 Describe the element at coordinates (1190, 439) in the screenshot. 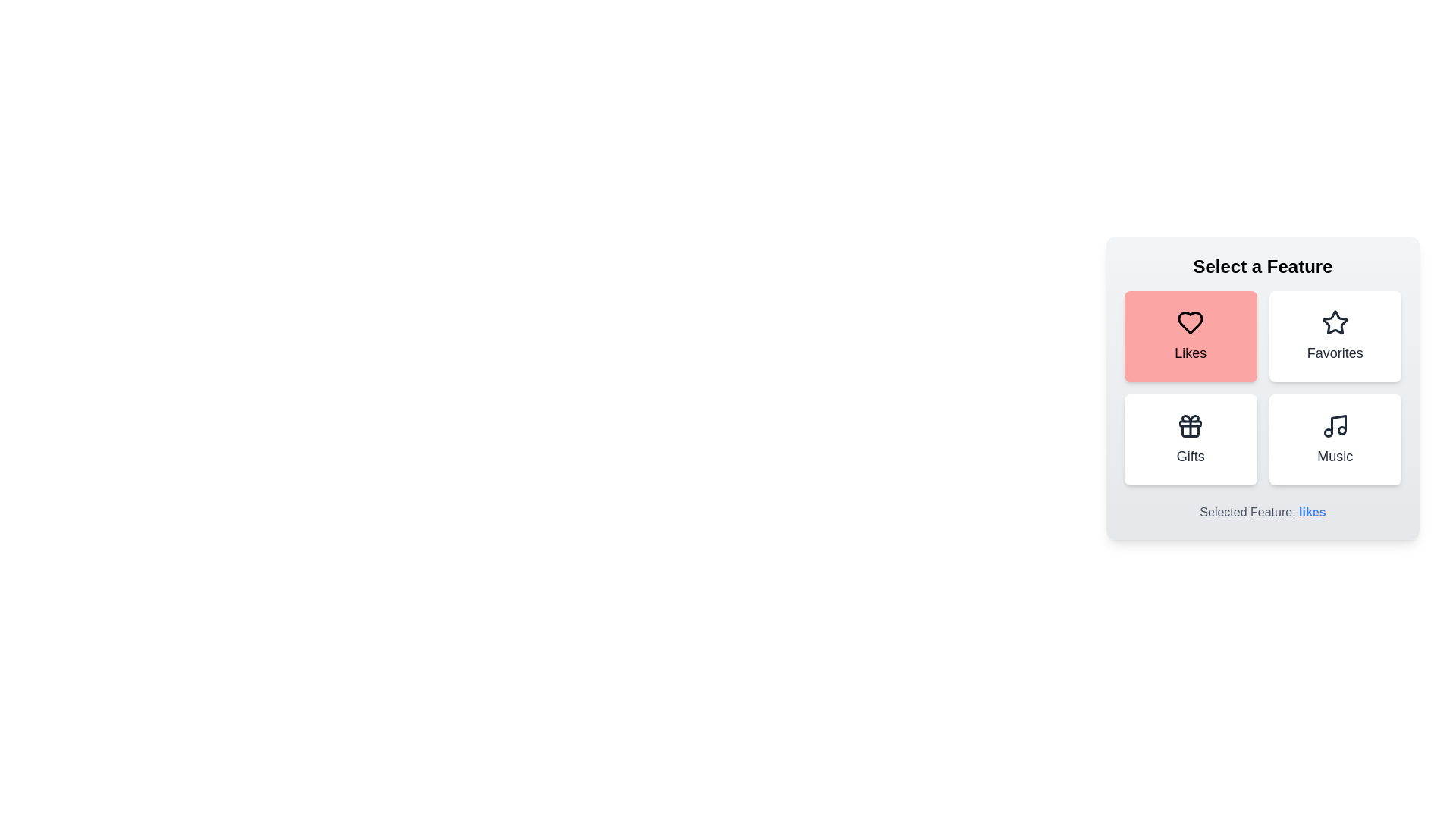

I see `the feature button corresponding to Gifts` at that location.